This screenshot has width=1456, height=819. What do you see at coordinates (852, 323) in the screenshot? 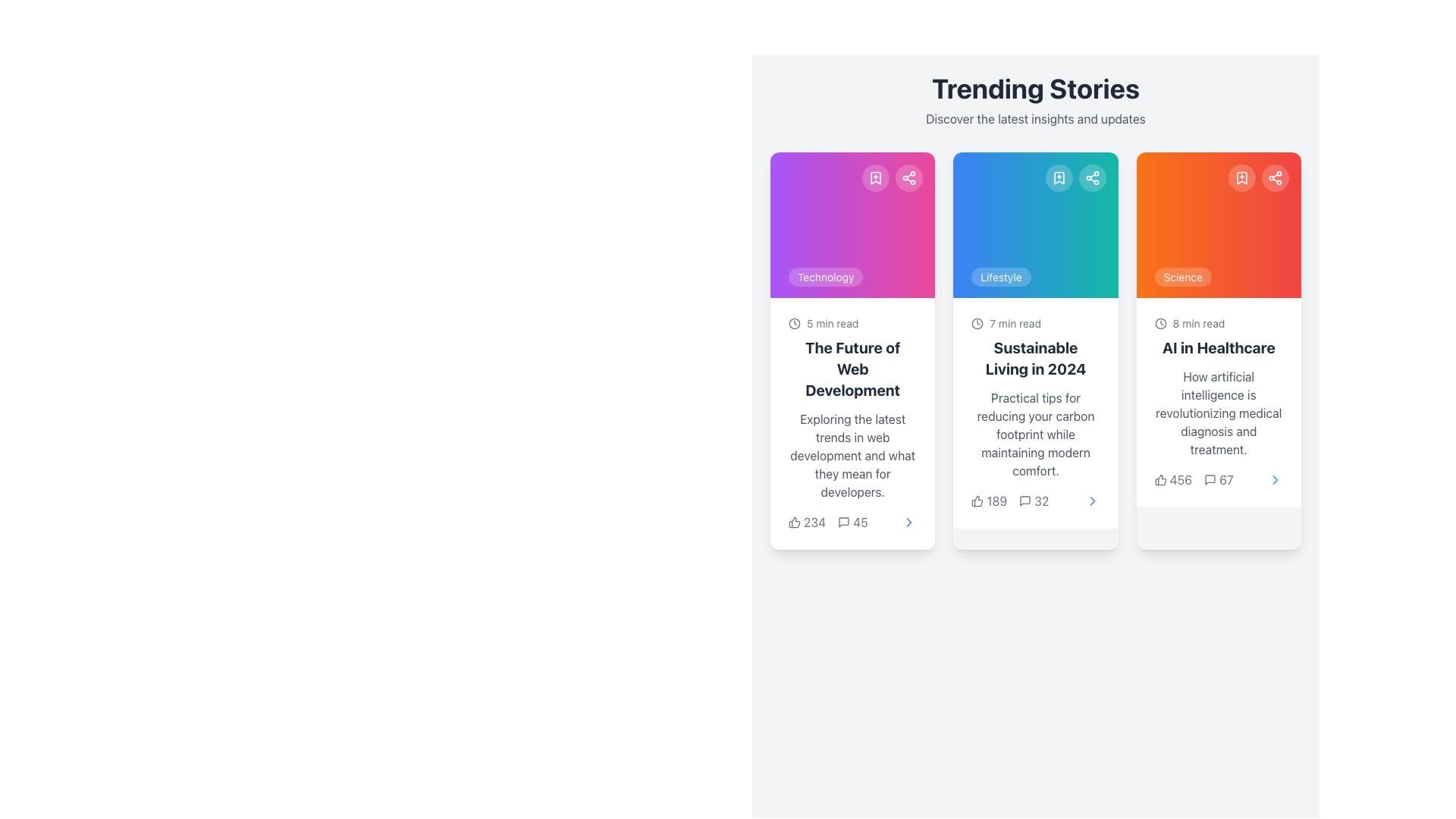
I see `the text and clock icon indicating '5 min read' located at the top of the article card for 'The Future of Web Development'` at bounding box center [852, 323].